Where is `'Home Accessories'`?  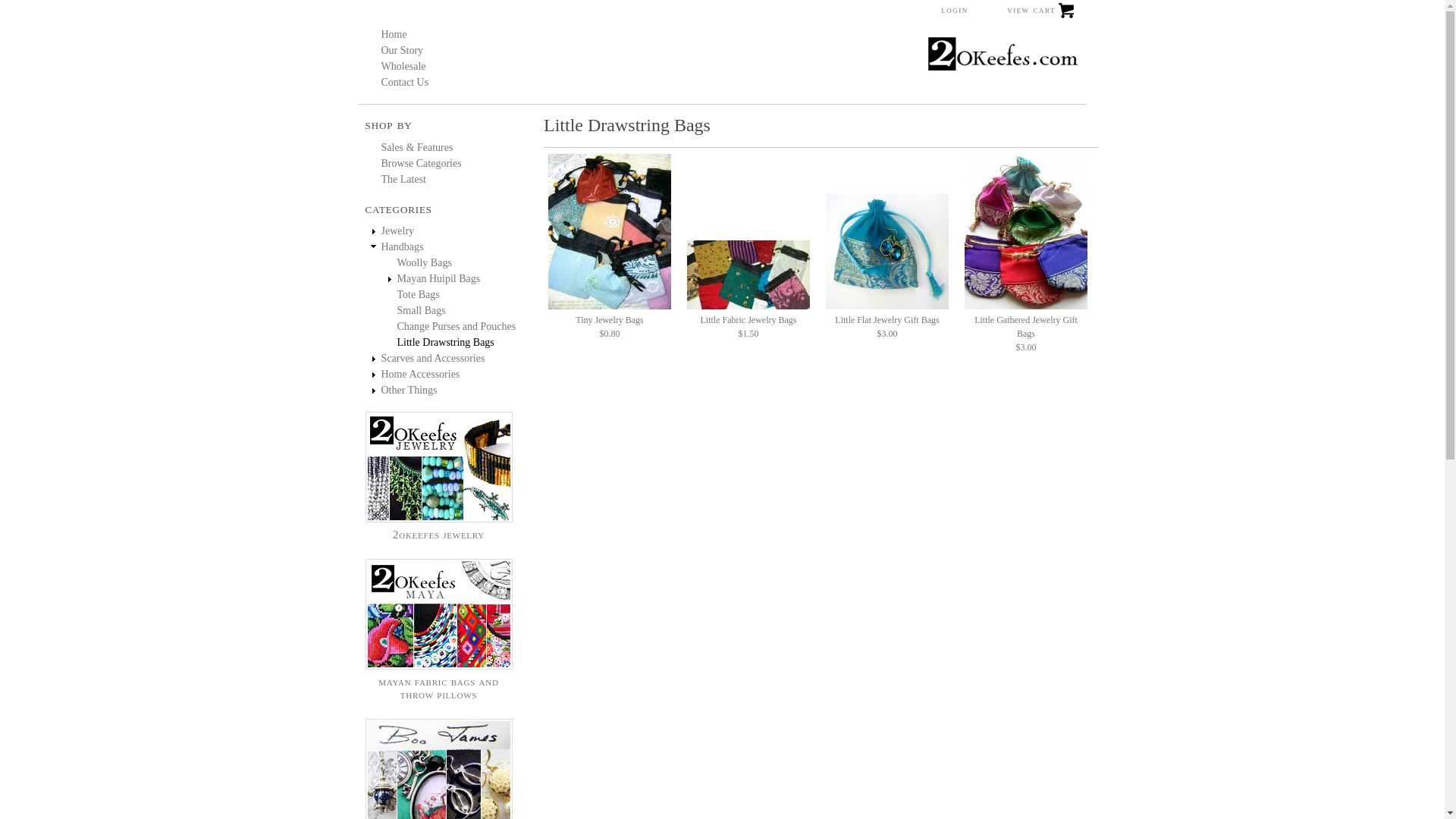 'Home Accessories' is located at coordinates (419, 374).